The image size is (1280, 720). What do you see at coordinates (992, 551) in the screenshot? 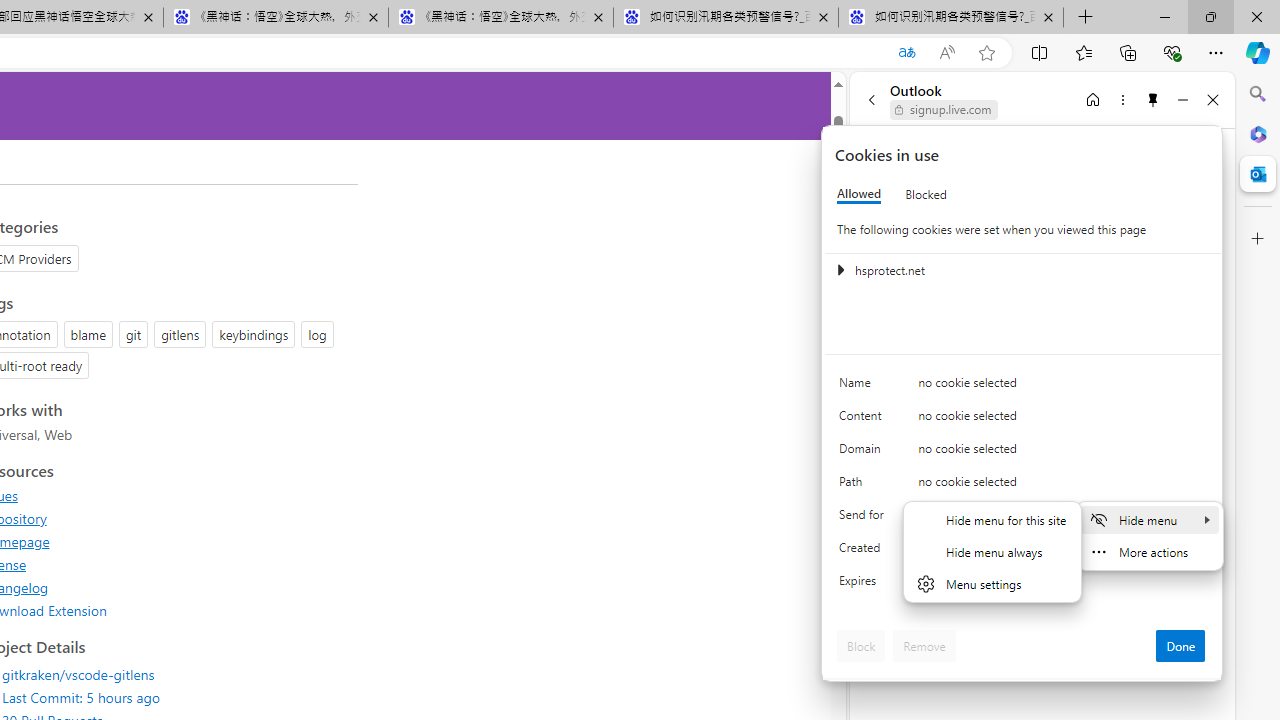
I see `'Hide menu always'` at bounding box center [992, 551].